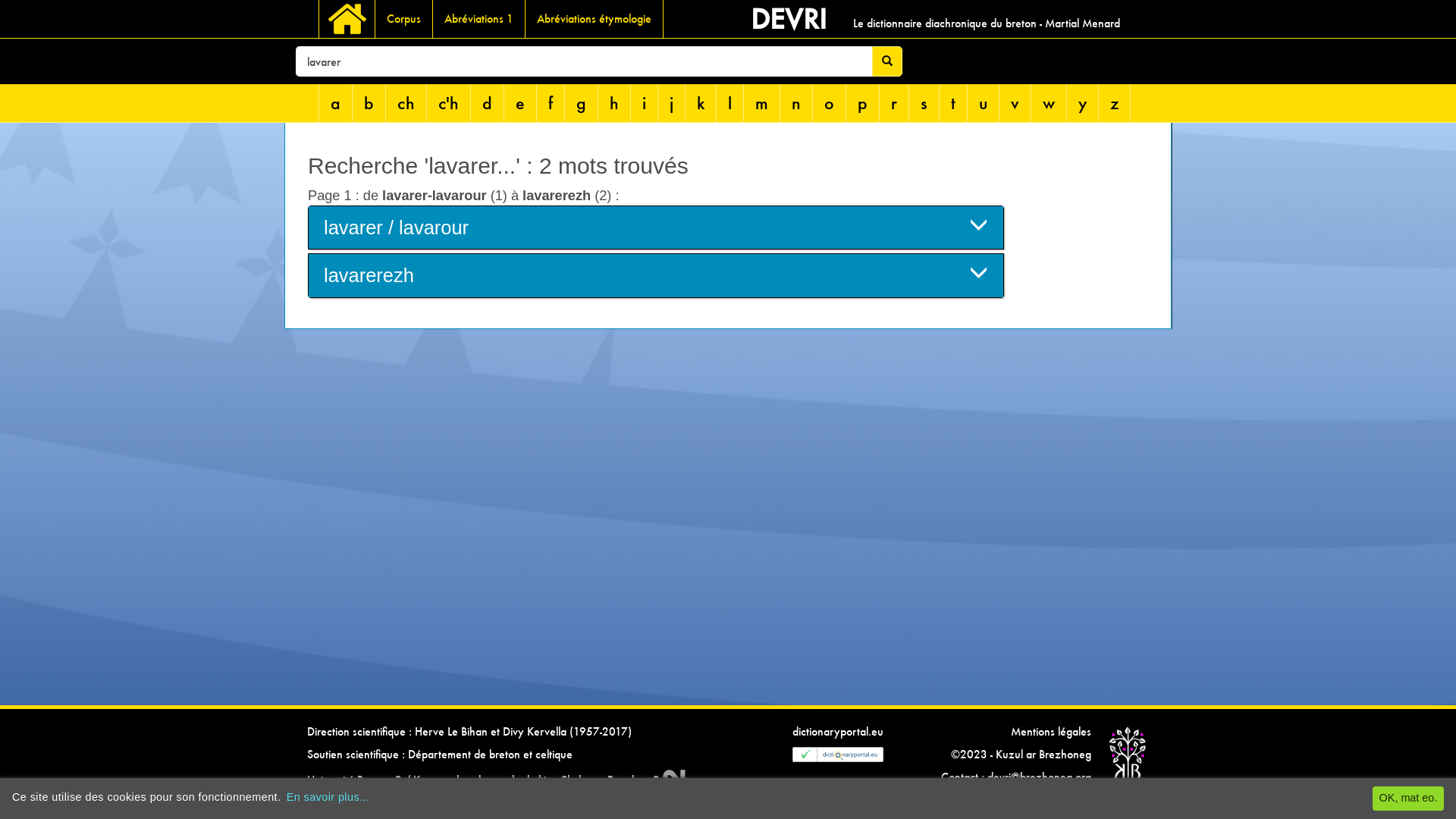 Image resolution: width=1456 pixels, height=819 pixels. Describe the element at coordinates (836, 730) in the screenshot. I see `'dictionaryportal.eu'` at that location.